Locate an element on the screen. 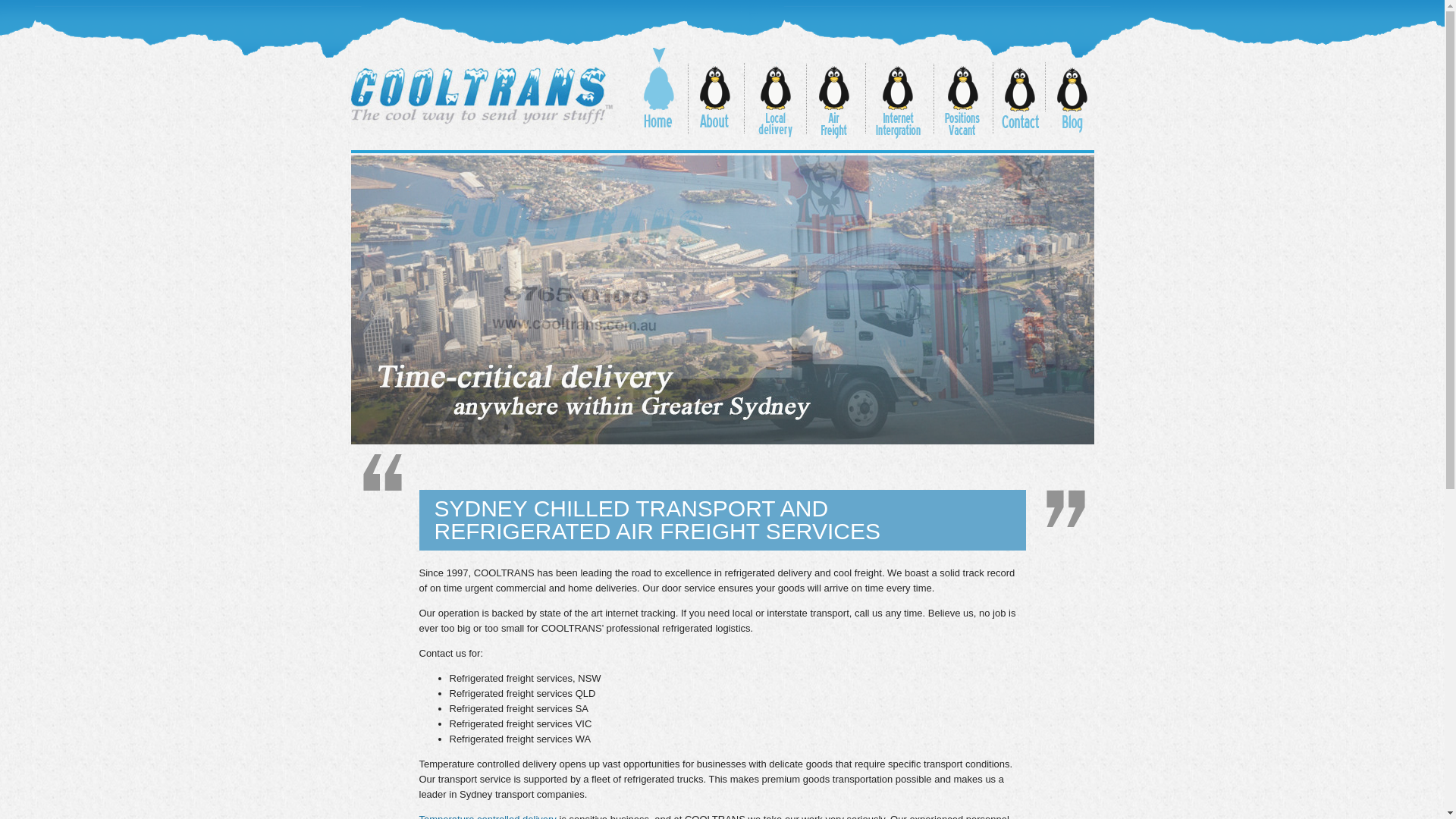 The height and width of the screenshot is (819, 1456). 'Local Delivery' is located at coordinates (775, 93).